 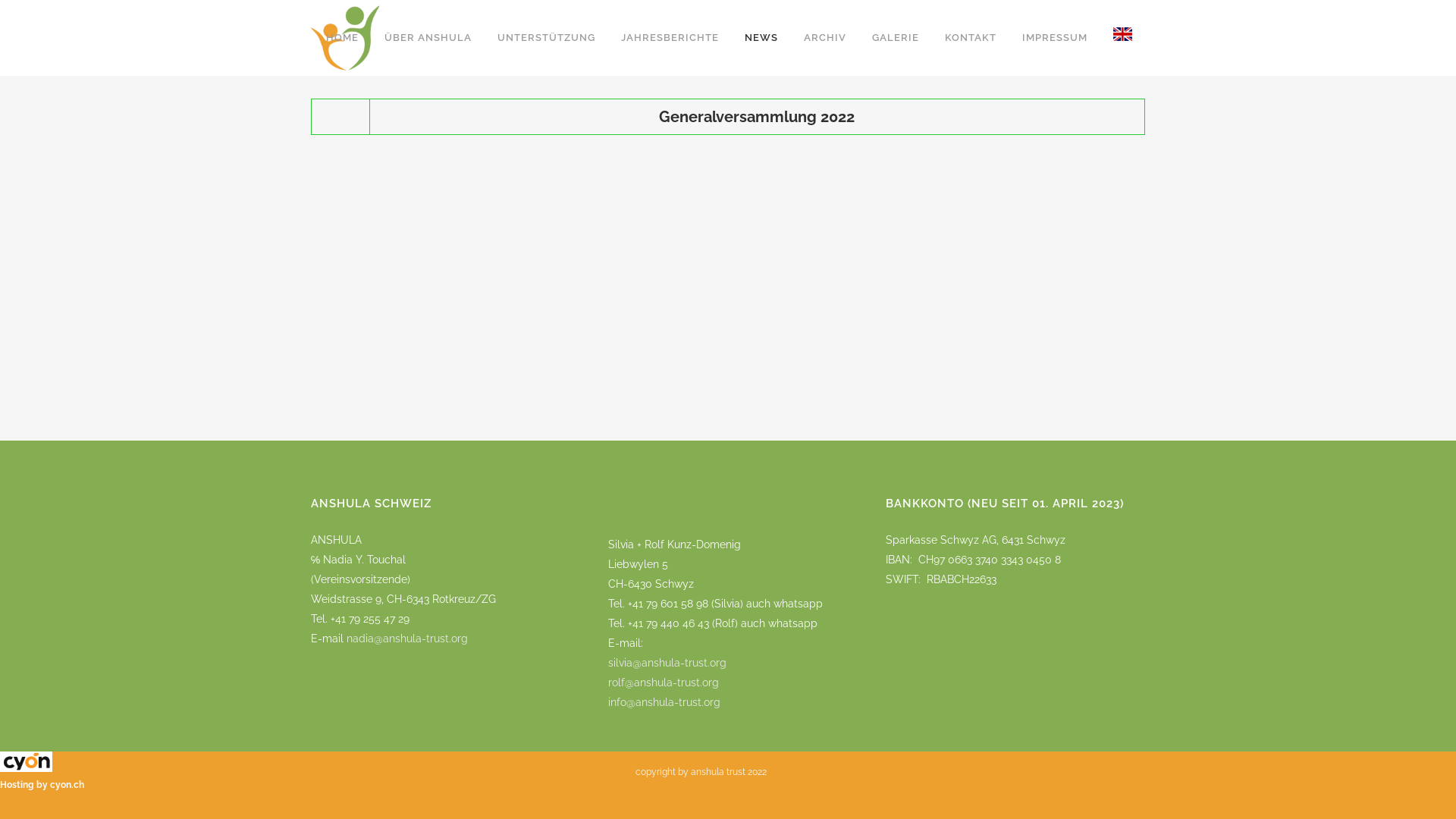 What do you see at coordinates (1009, 37) in the screenshot?
I see `'IMPRESSUM'` at bounding box center [1009, 37].